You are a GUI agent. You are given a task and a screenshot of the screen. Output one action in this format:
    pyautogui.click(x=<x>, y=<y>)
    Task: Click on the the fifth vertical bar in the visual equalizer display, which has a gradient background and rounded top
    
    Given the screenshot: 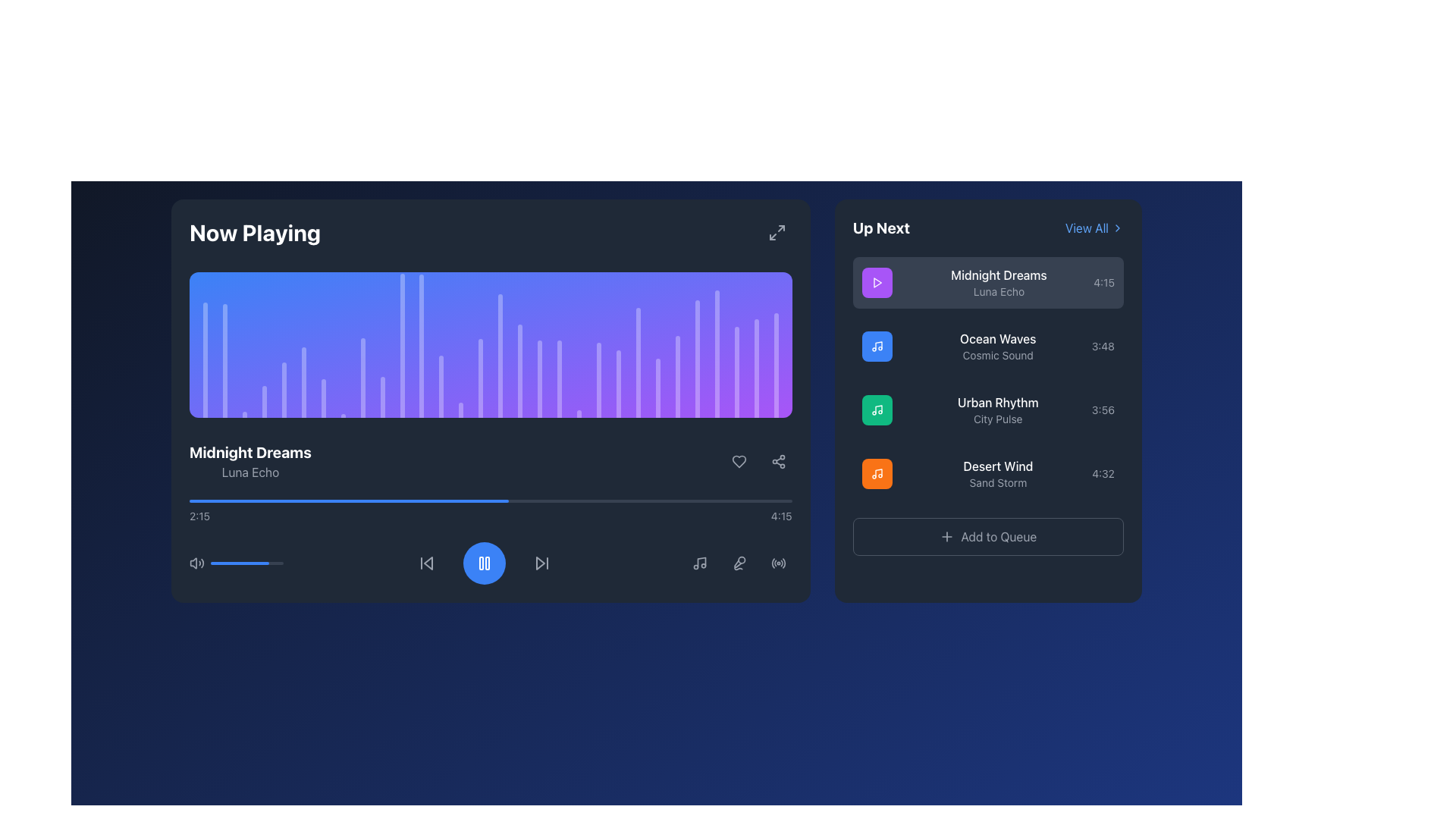 What is the action you would take?
    pyautogui.click(x=284, y=389)
    